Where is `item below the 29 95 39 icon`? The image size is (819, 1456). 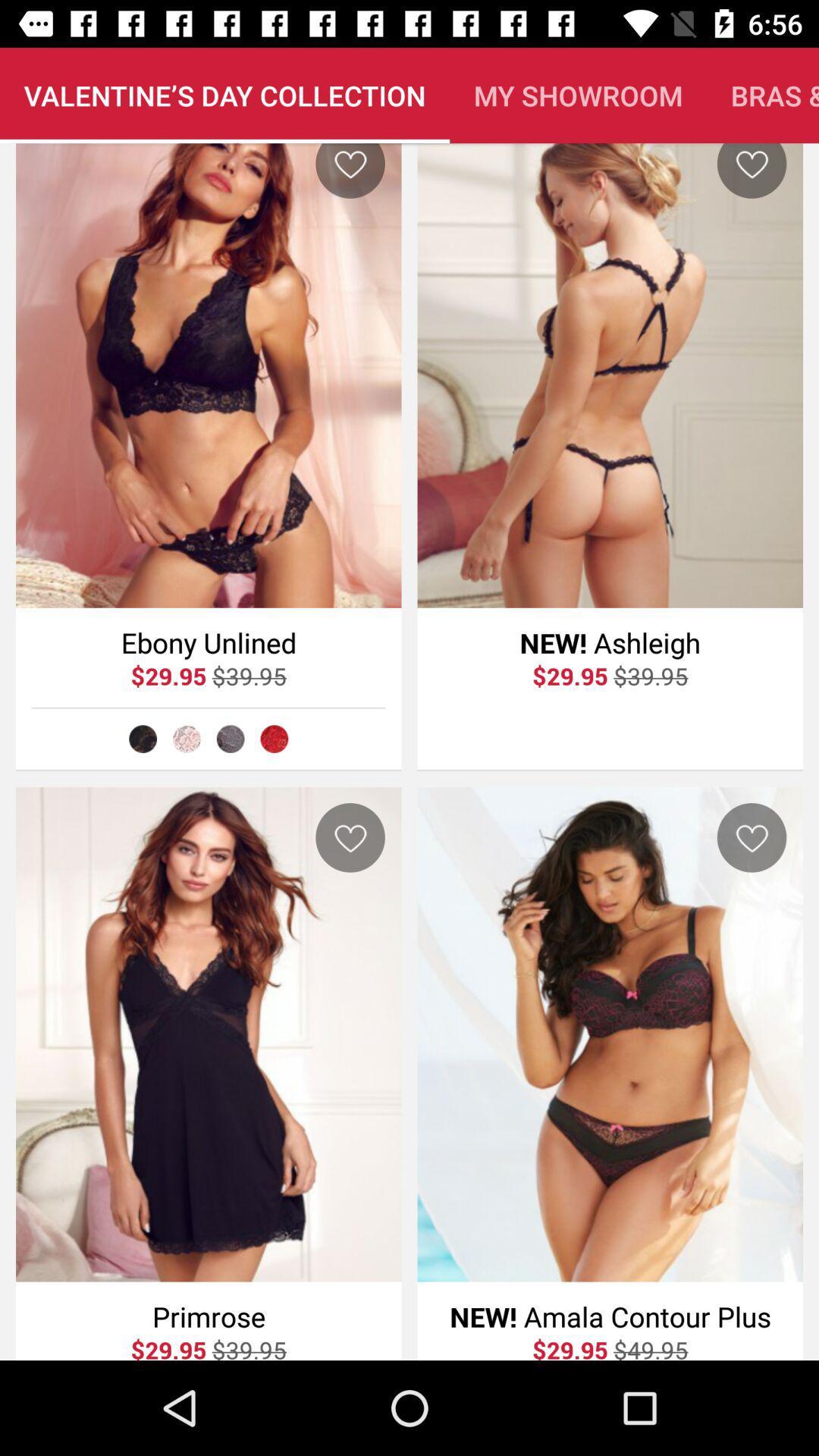
item below the 29 95 39 icon is located at coordinates (143, 739).